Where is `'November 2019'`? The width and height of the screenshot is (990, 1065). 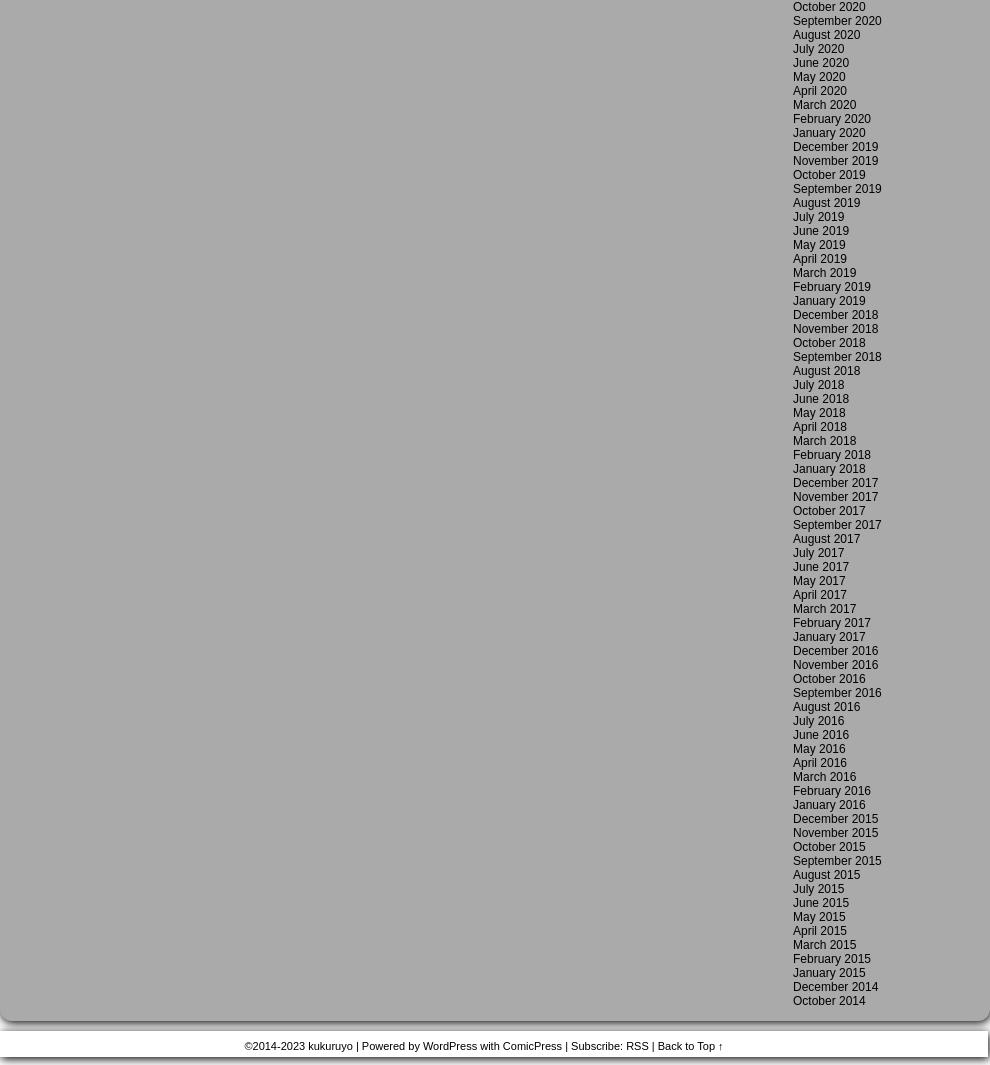 'November 2019' is located at coordinates (834, 160).